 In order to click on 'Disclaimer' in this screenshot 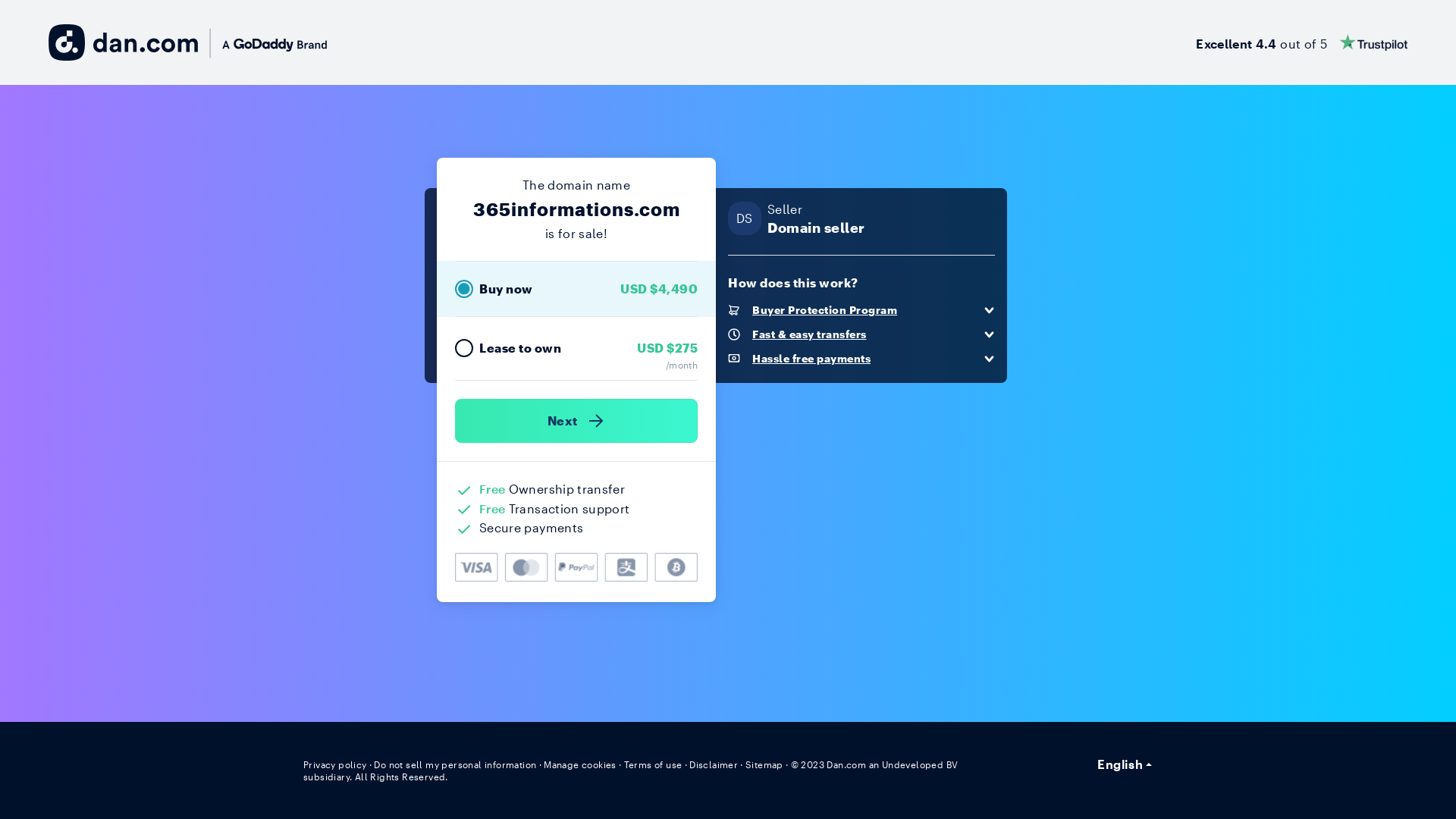, I will do `click(712, 764)`.